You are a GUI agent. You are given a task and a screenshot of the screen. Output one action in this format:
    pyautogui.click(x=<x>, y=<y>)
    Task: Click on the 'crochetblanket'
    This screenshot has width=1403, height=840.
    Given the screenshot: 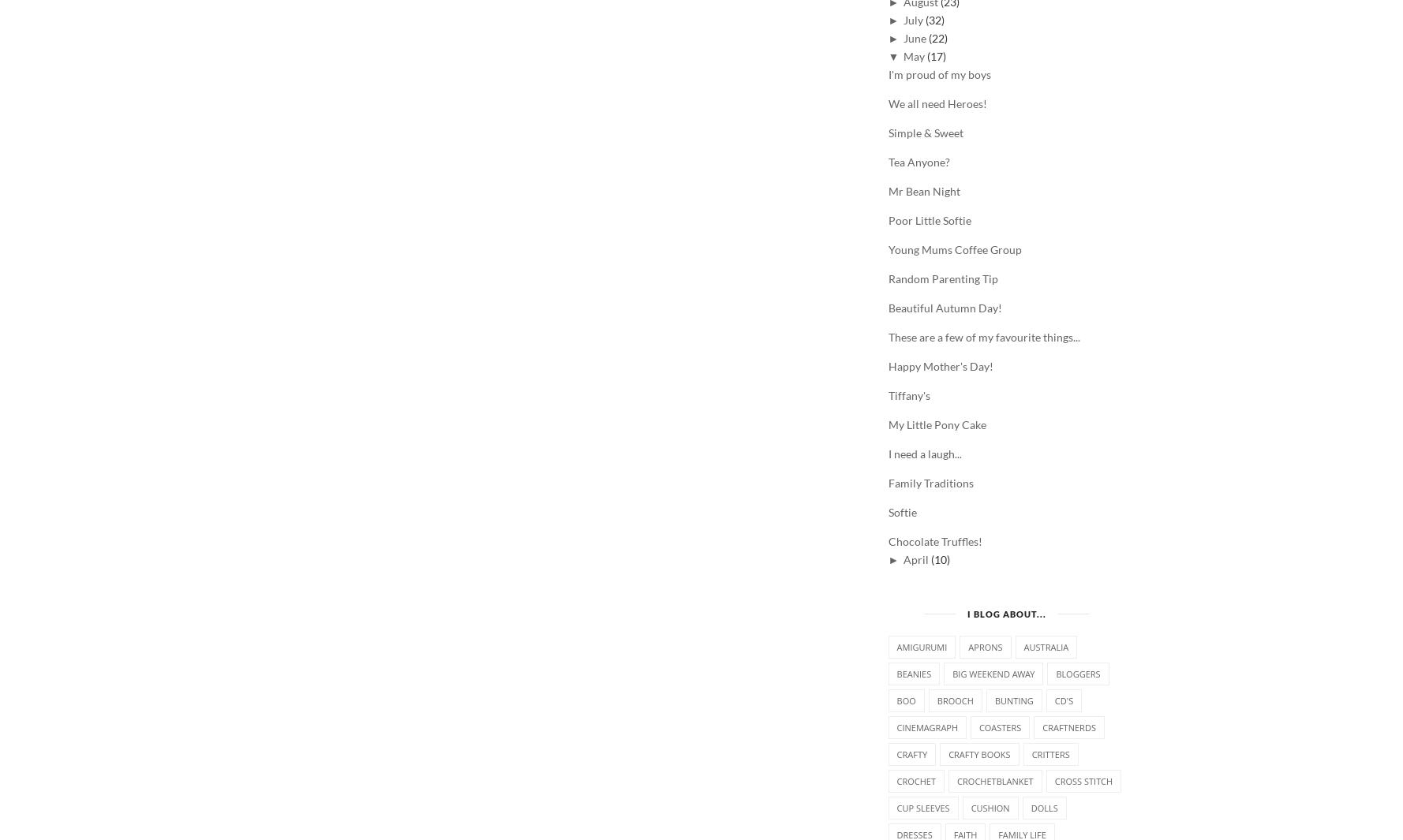 What is the action you would take?
    pyautogui.click(x=993, y=781)
    